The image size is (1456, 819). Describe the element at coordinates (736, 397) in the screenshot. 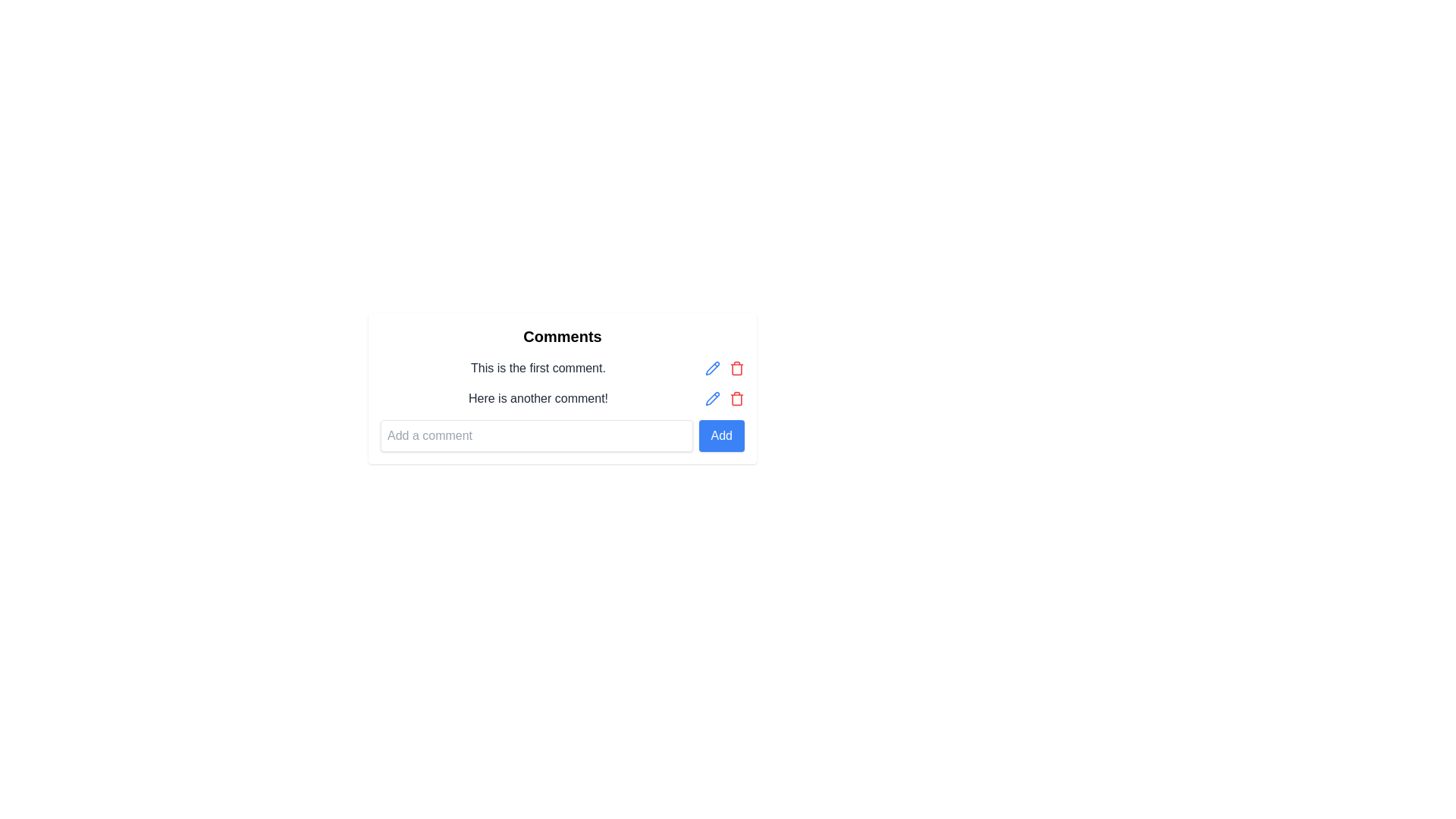

I see `the delete button located in the second row under the comments section, adjacent to the text 'Here is another comment!' and a blue edit icon` at that location.